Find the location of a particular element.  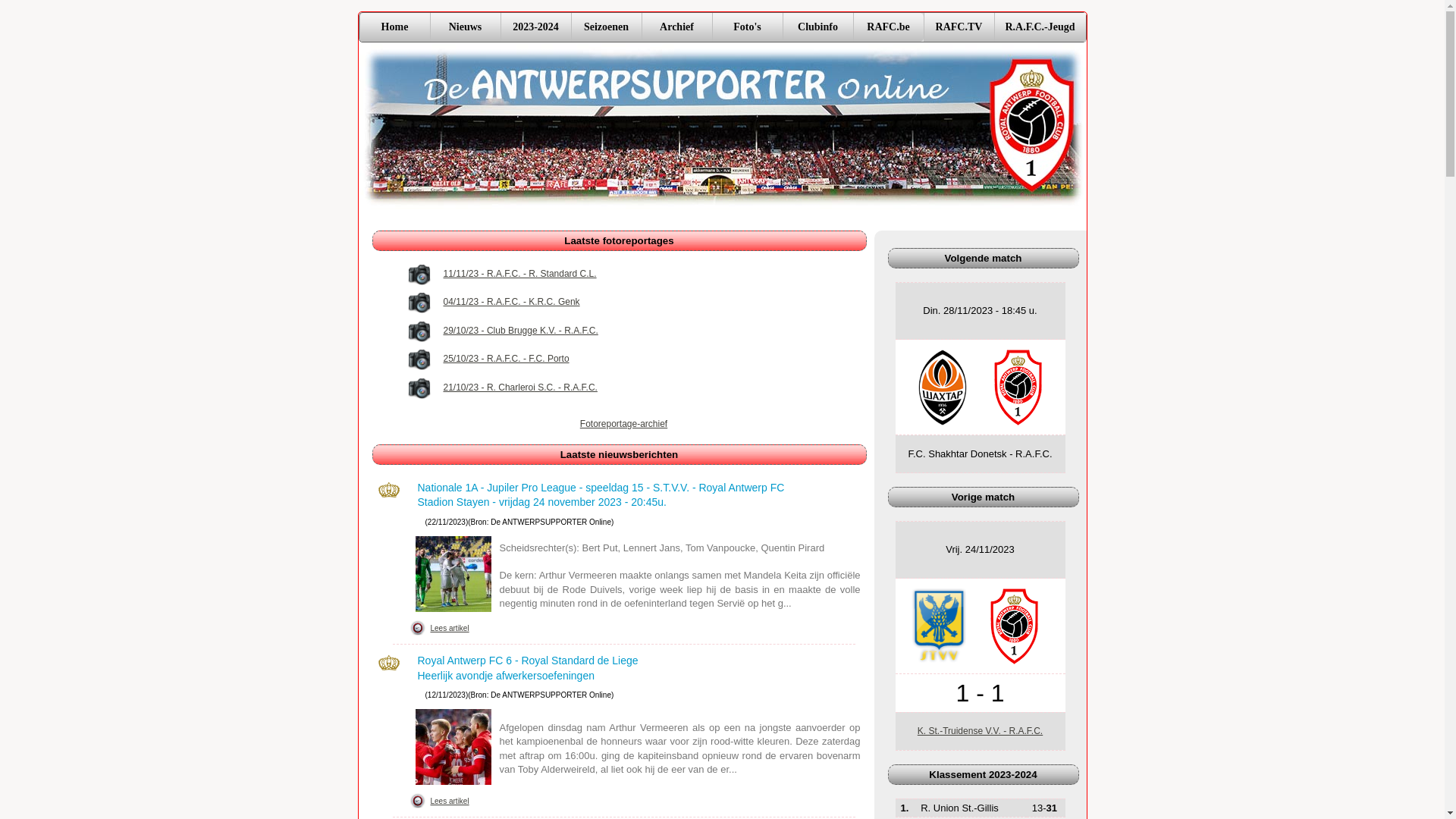

'RAFC.be' is located at coordinates (887, 27).